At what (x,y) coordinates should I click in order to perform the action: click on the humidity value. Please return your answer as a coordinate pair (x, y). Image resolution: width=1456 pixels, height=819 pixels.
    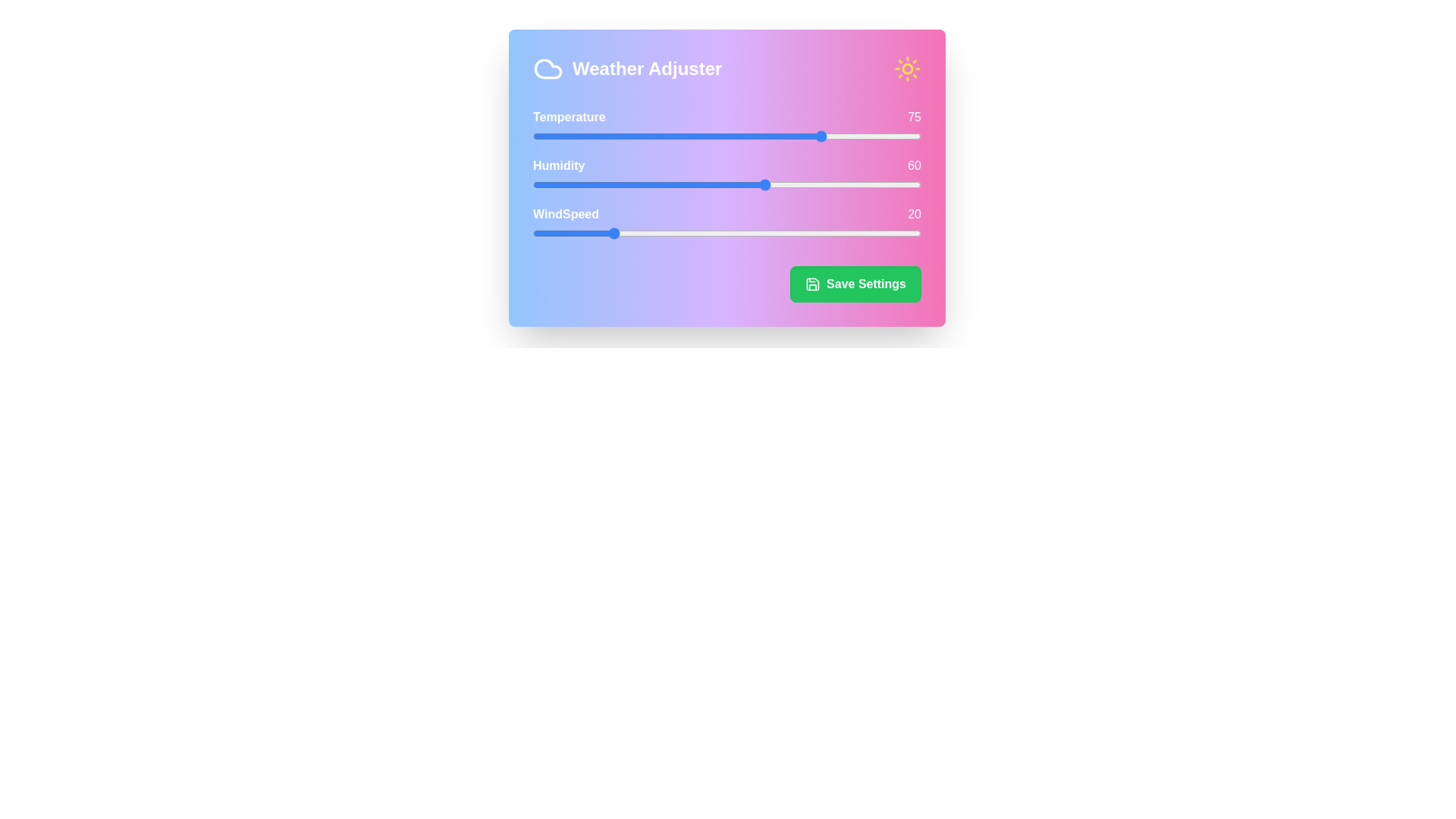
    Looking at the image, I should click on (874, 184).